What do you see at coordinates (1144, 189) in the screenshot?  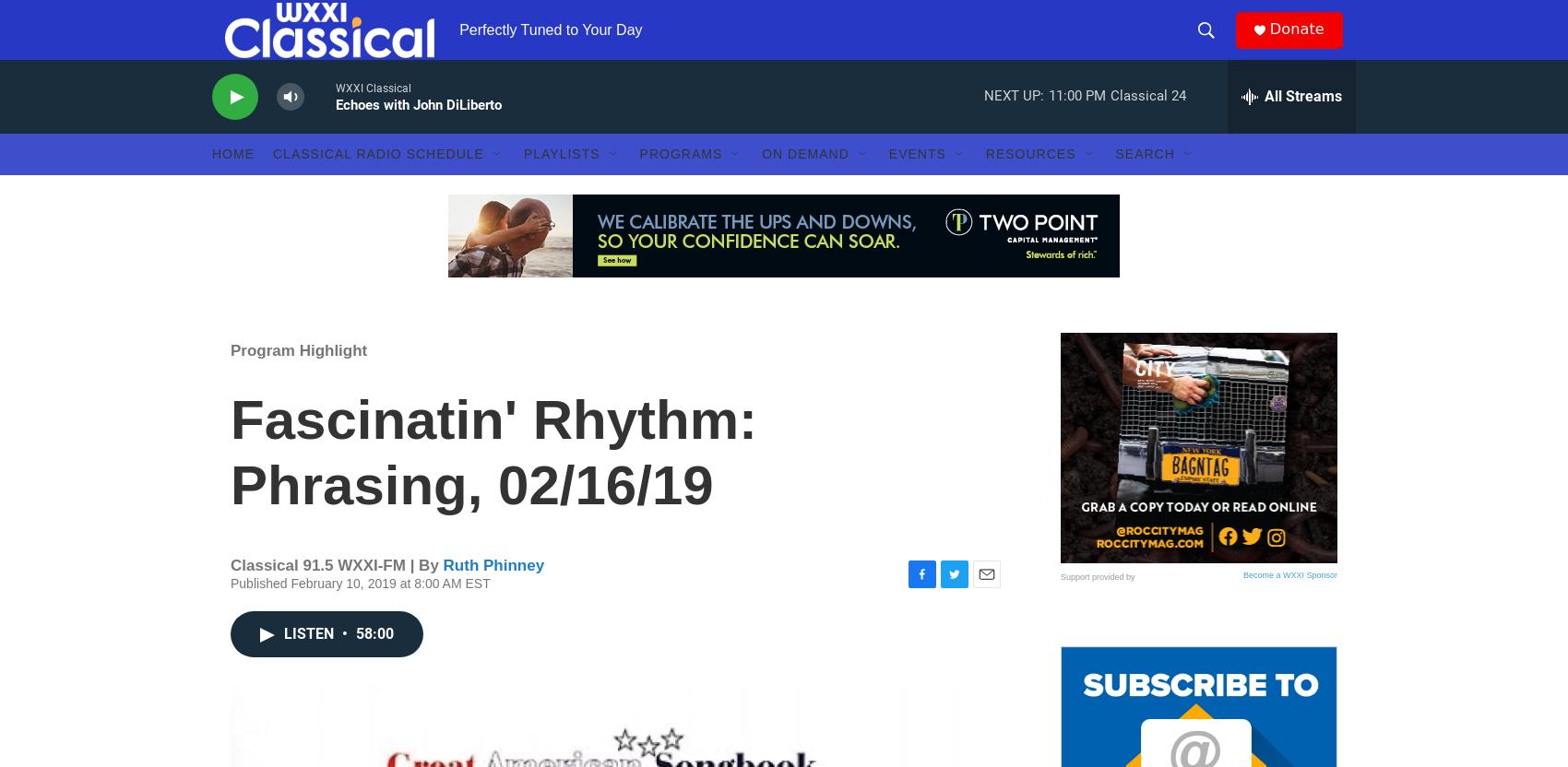 I see `'Search'` at bounding box center [1144, 189].